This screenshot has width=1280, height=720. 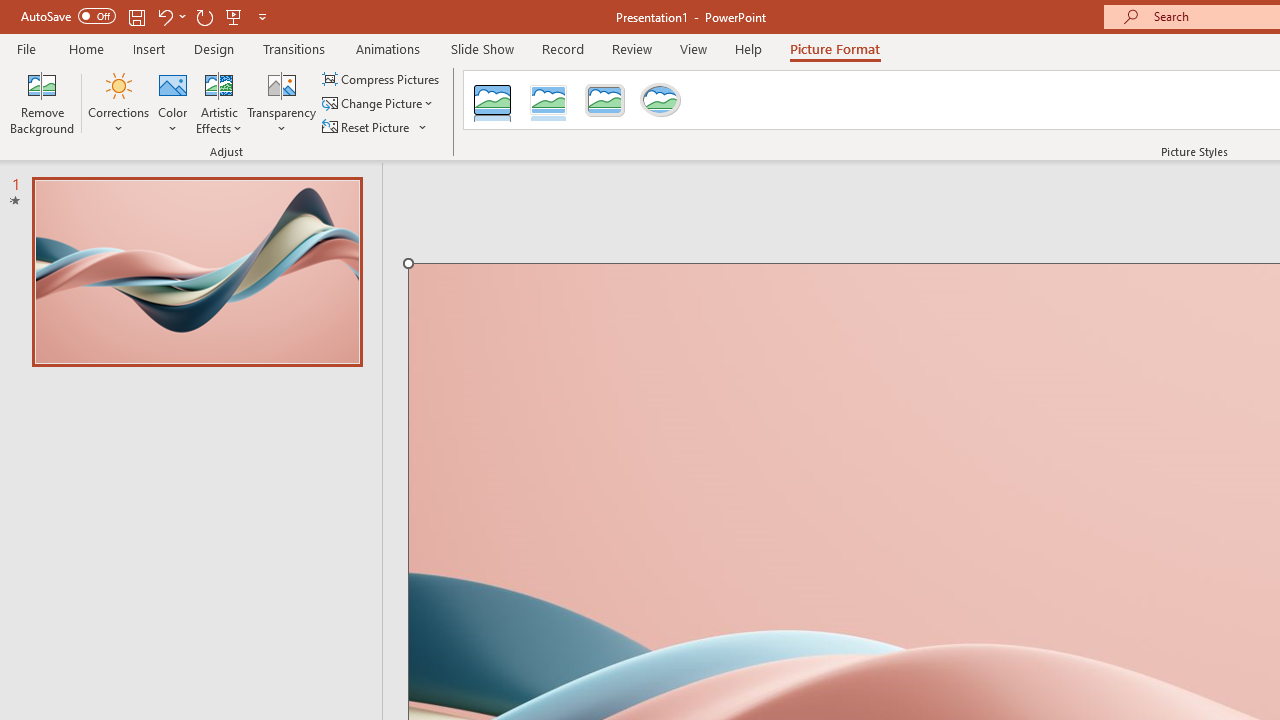 What do you see at coordinates (549, 100) in the screenshot?
I see `'Reflected Bevel, White'` at bounding box center [549, 100].